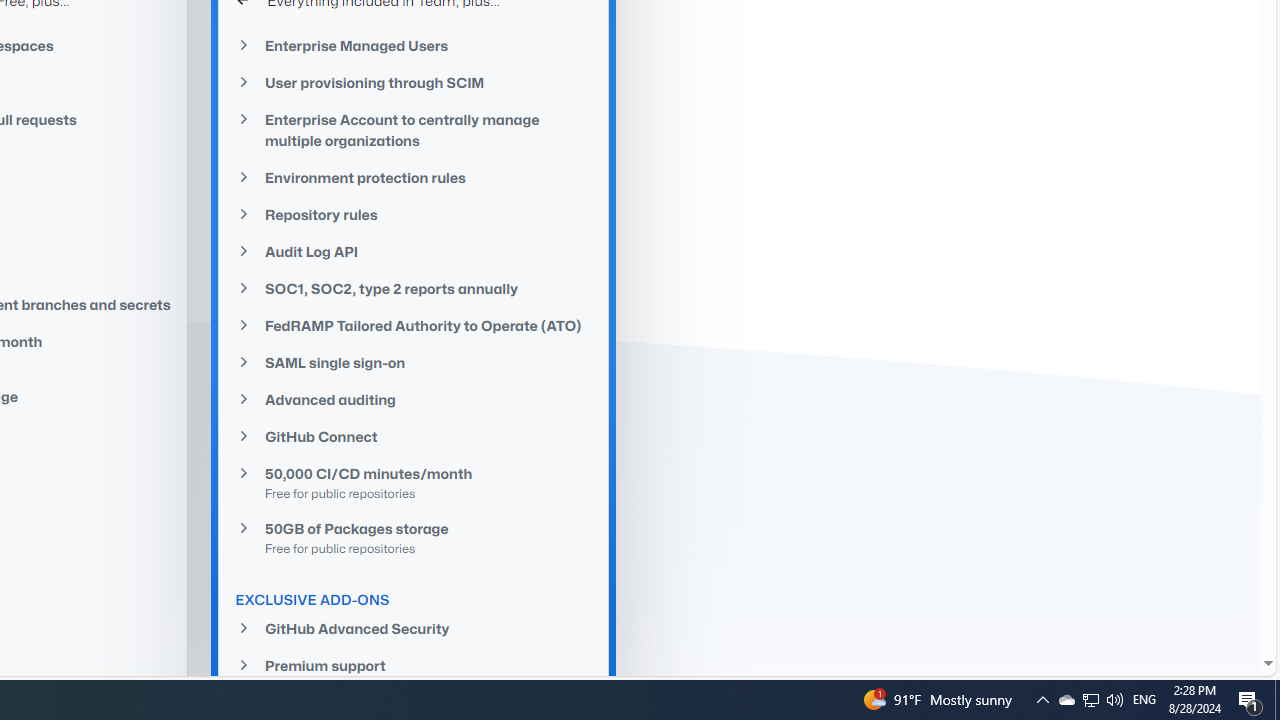  Describe the element at coordinates (413, 435) in the screenshot. I see `'GitHub Connect'` at that location.